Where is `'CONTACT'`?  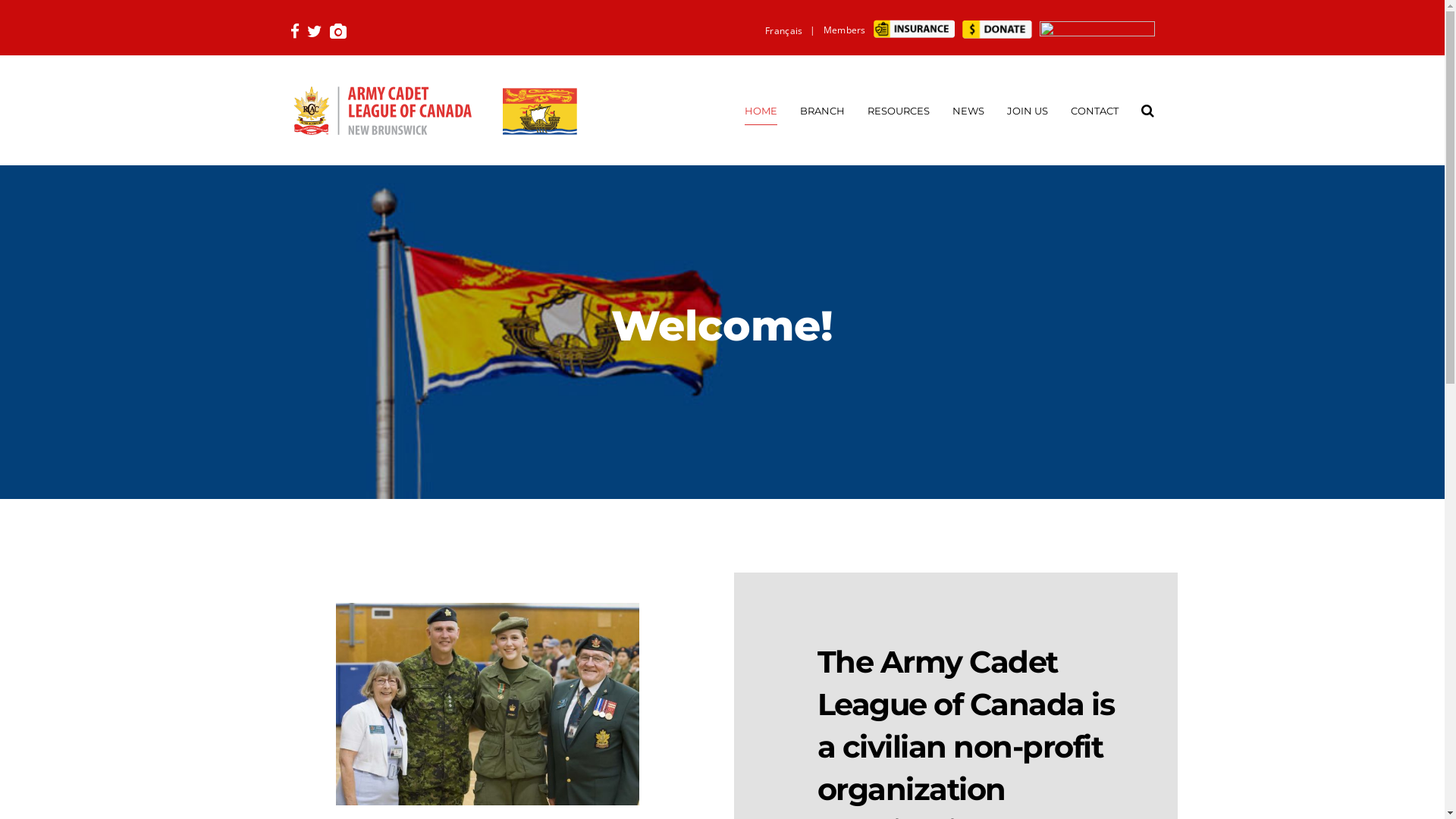
'CONTACT' is located at coordinates (1094, 109).